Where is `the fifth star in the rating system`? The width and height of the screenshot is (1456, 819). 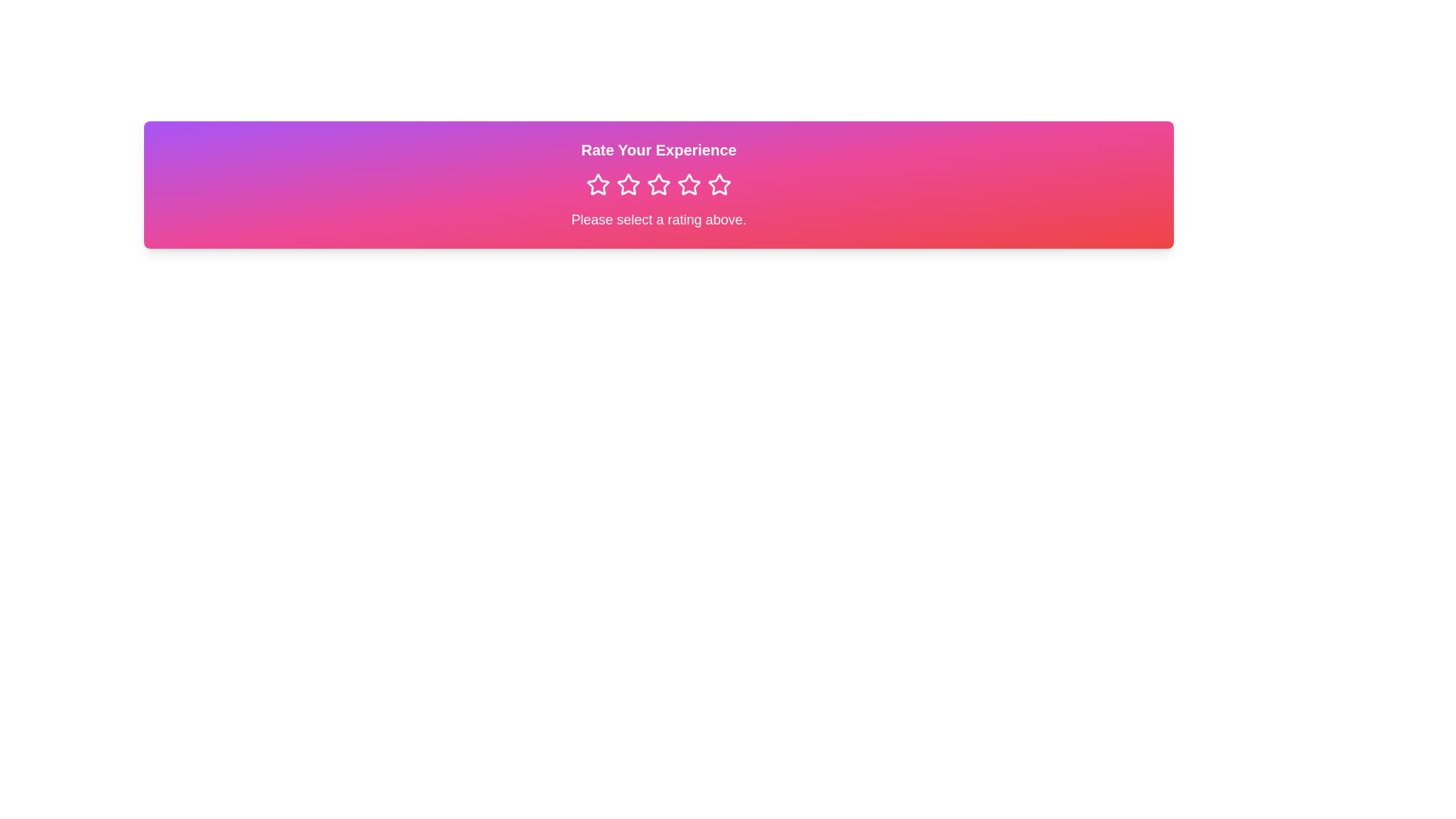
the fifth star in the rating system is located at coordinates (719, 184).